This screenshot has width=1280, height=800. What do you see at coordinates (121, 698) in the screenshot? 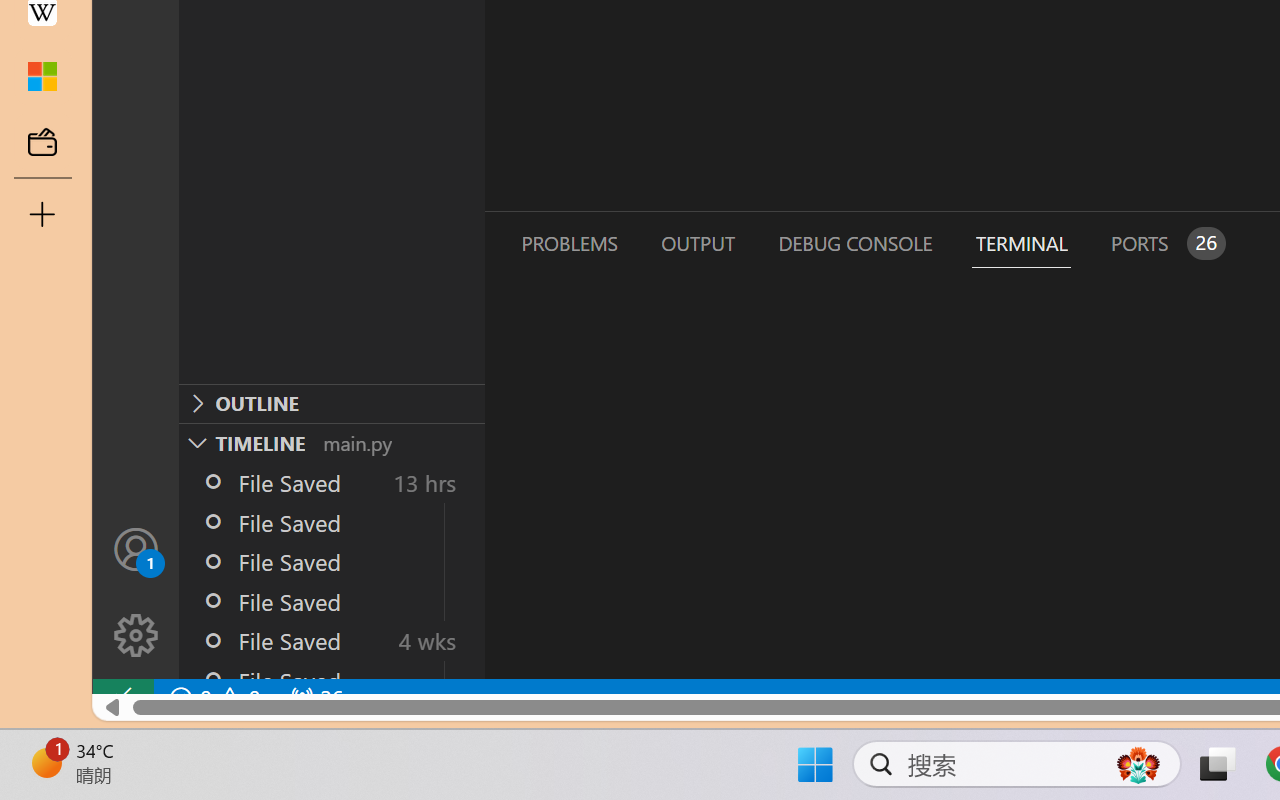
I see `'remote'` at bounding box center [121, 698].